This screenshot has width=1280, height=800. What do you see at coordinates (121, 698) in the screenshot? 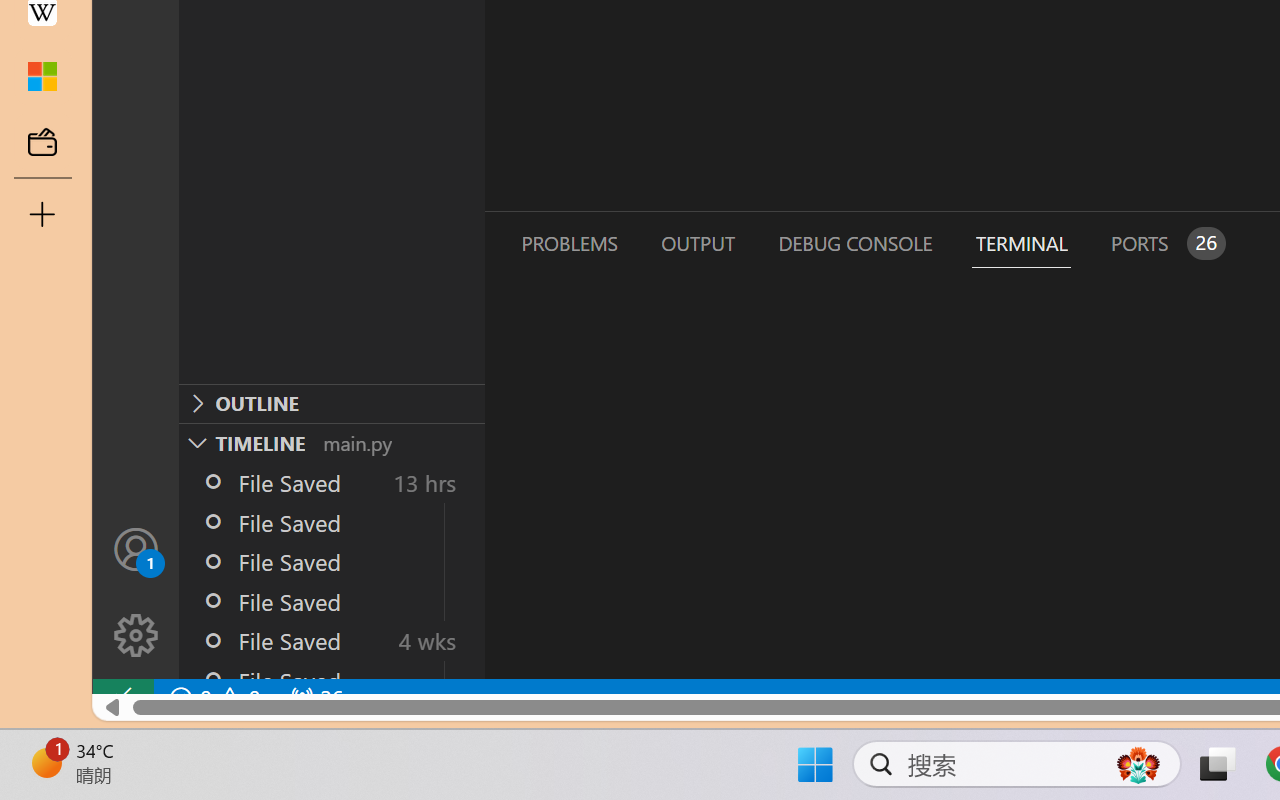
I see `'remote'` at bounding box center [121, 698].